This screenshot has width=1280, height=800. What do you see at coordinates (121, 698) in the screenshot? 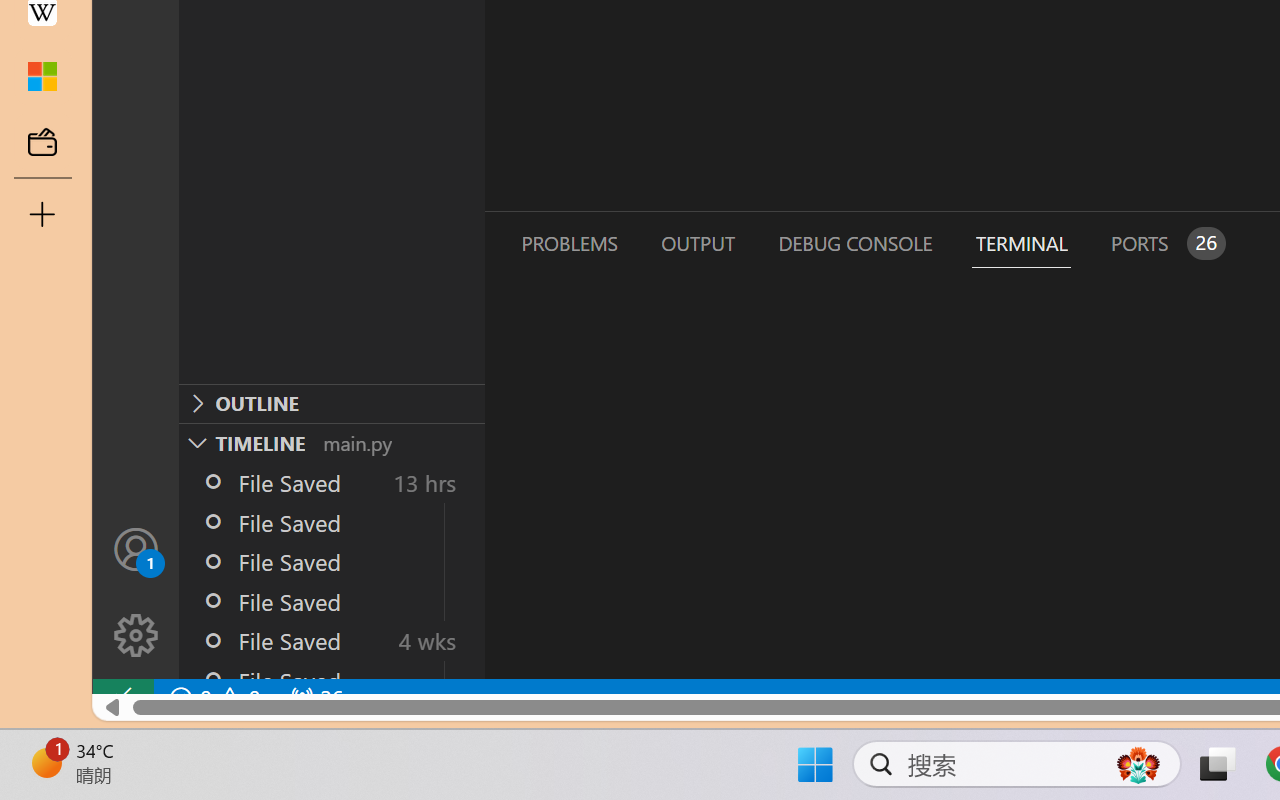
I see `'remote'` at bounding box center [121, 698].